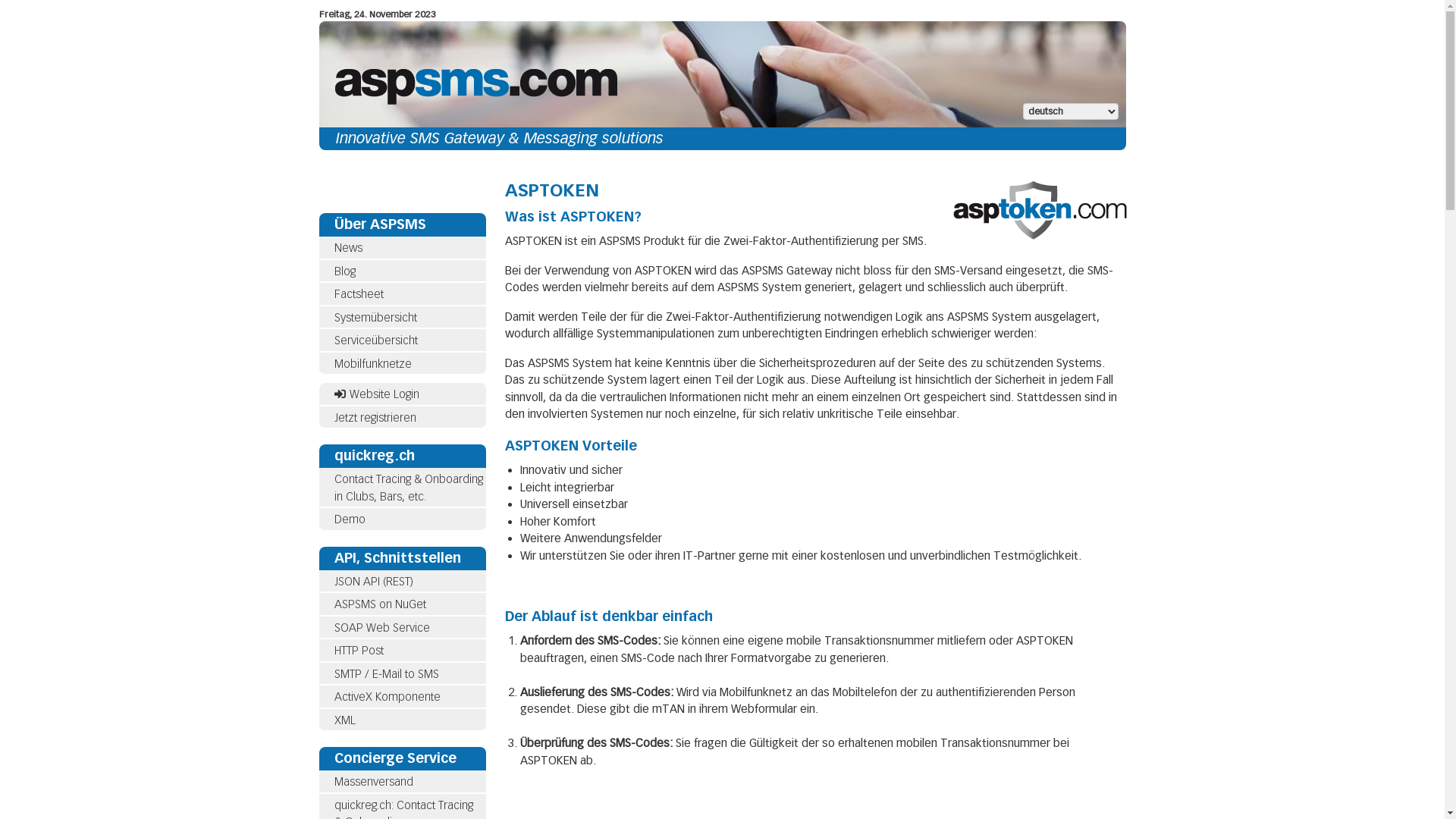 The image size is (1456, 819). Describe the element at coordinates (374, 455) in the screenshot. I see `'quickreg.ch'` at that location.